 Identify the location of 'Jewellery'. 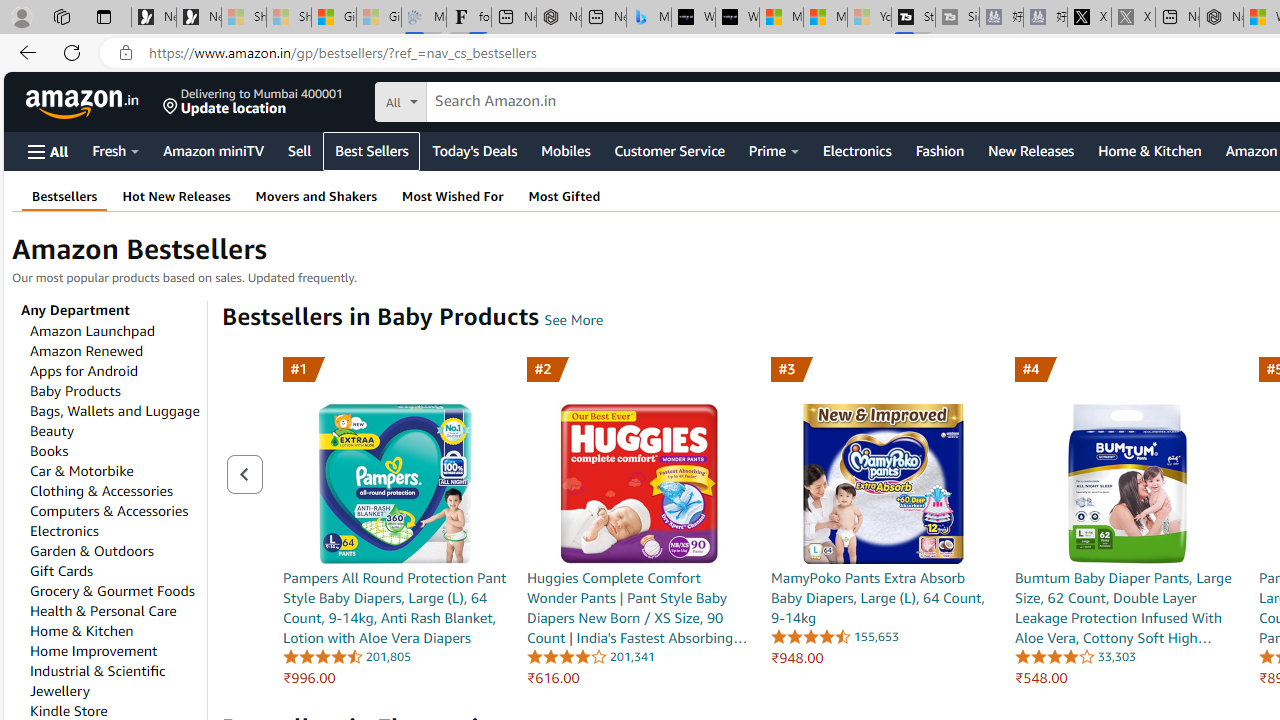
(59, 689).